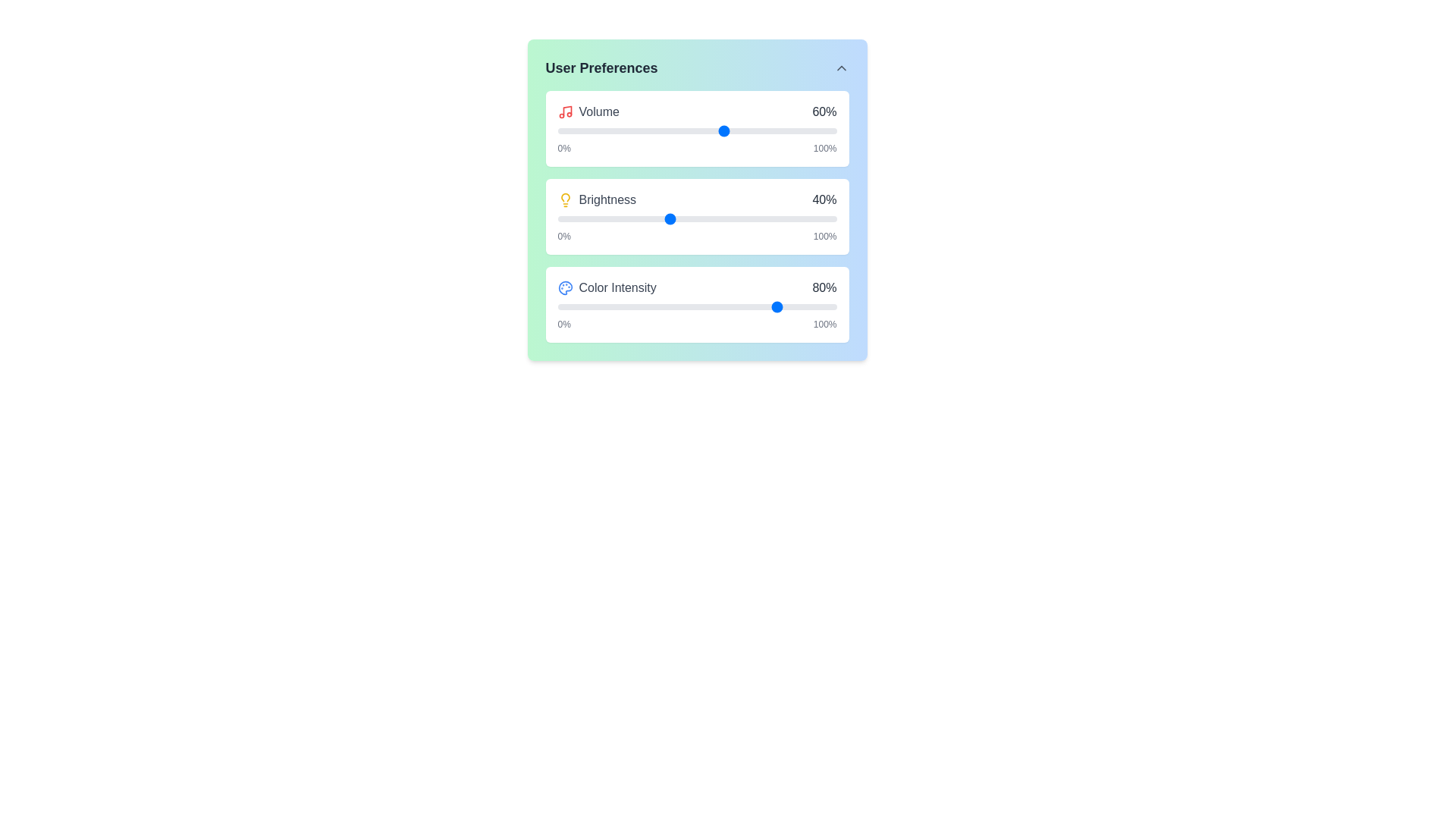 This screenshot has width=1456, height=819. What do you see at coordinates (824, 288) in the screenshot?
I see `the text label indicating the current percentage of the color intensity setting in the 'Color Intensity' section of the 'User Preferences' settings panel` at bounding box center [824, 288].